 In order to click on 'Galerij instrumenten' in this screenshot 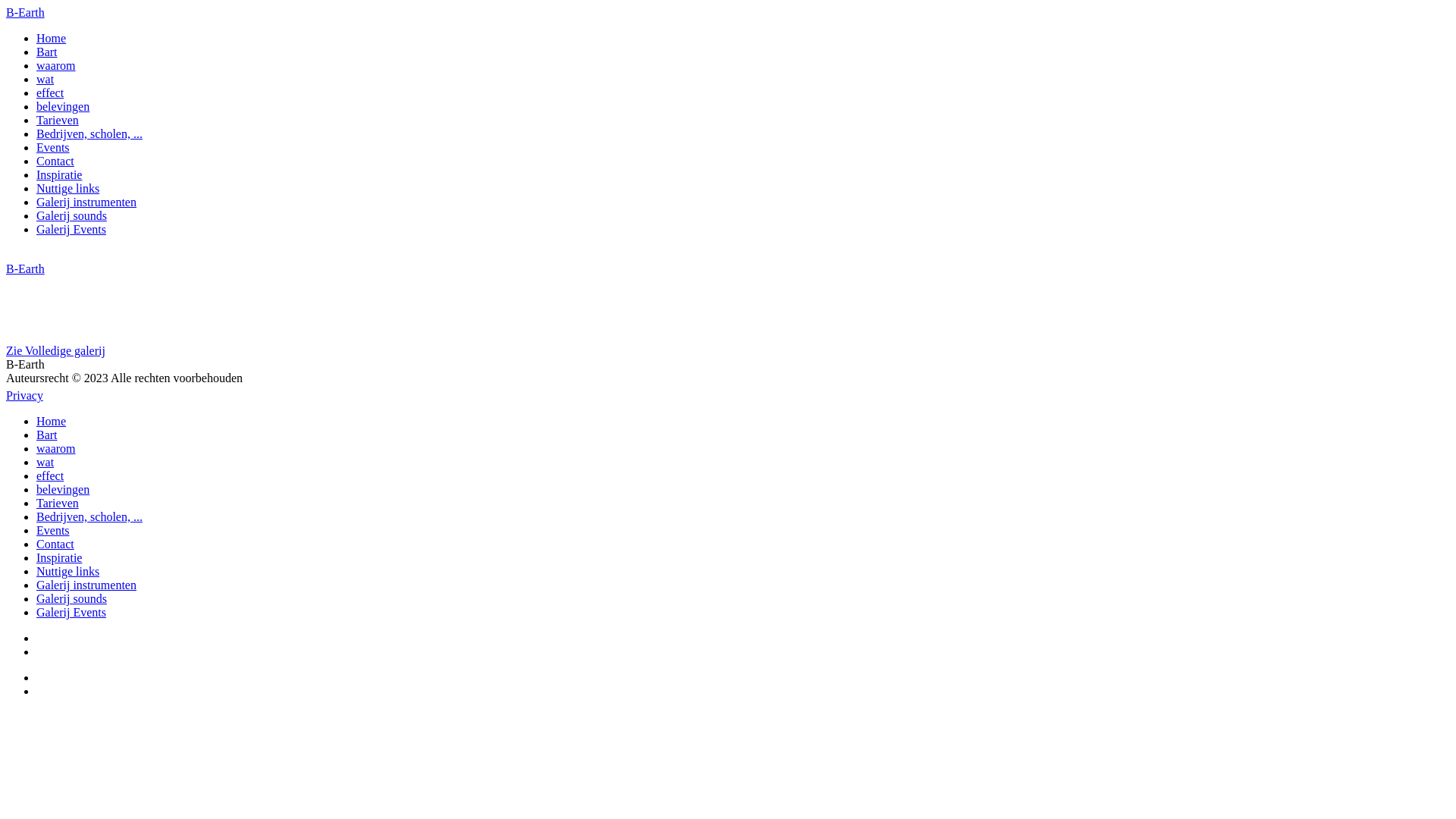, I will do `click(36, 201)`.